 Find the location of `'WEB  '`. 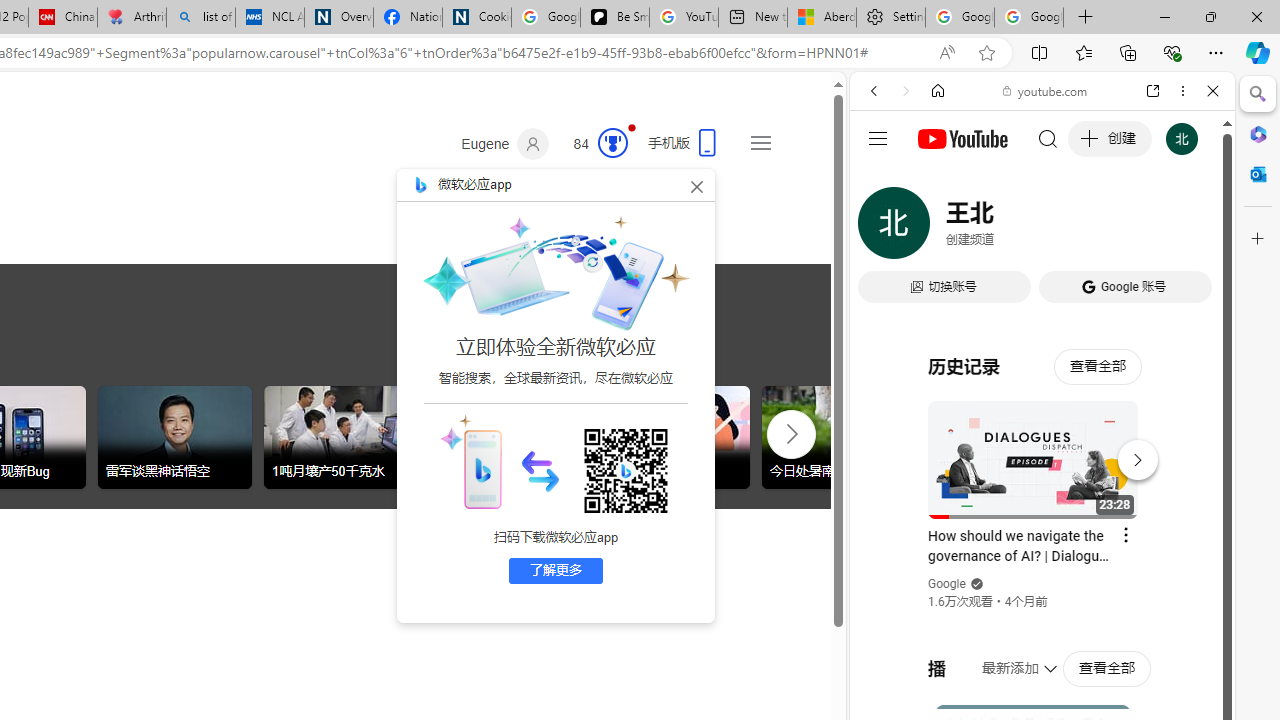

'WEB  ' is located at coordinates (881, 227).